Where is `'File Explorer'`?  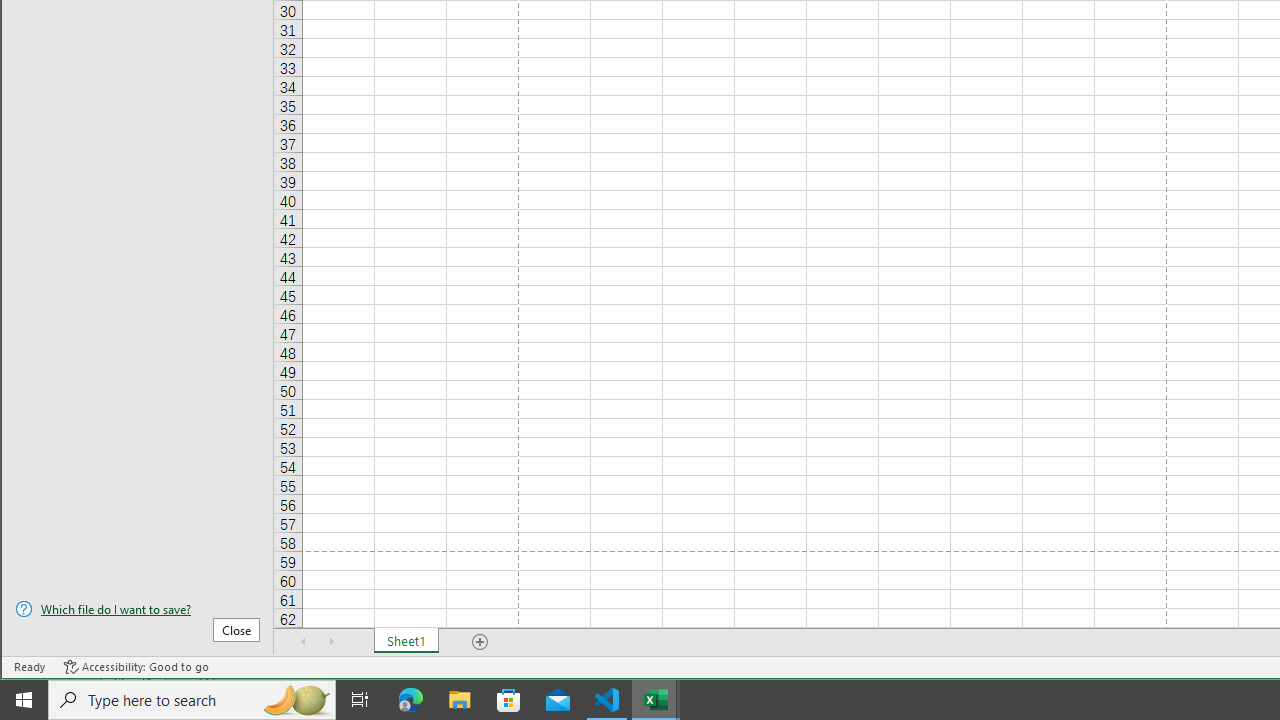 'File Explorer' is located at coordinates (459, 698).